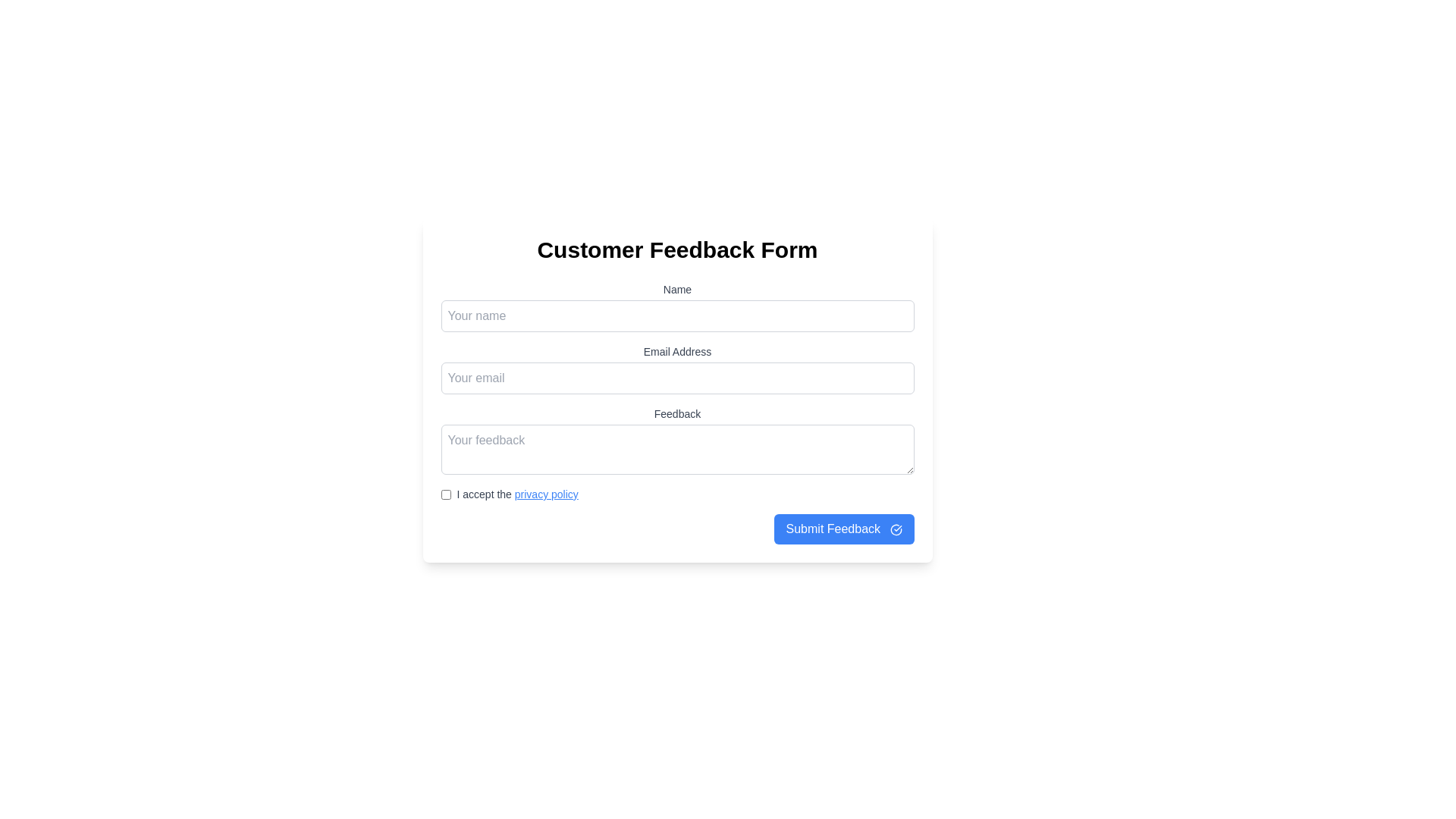 Image resolution: width=1456 pixels, height=819 pixels. I want to click on the checkbox component styled with a squared border, so click(445, 494).